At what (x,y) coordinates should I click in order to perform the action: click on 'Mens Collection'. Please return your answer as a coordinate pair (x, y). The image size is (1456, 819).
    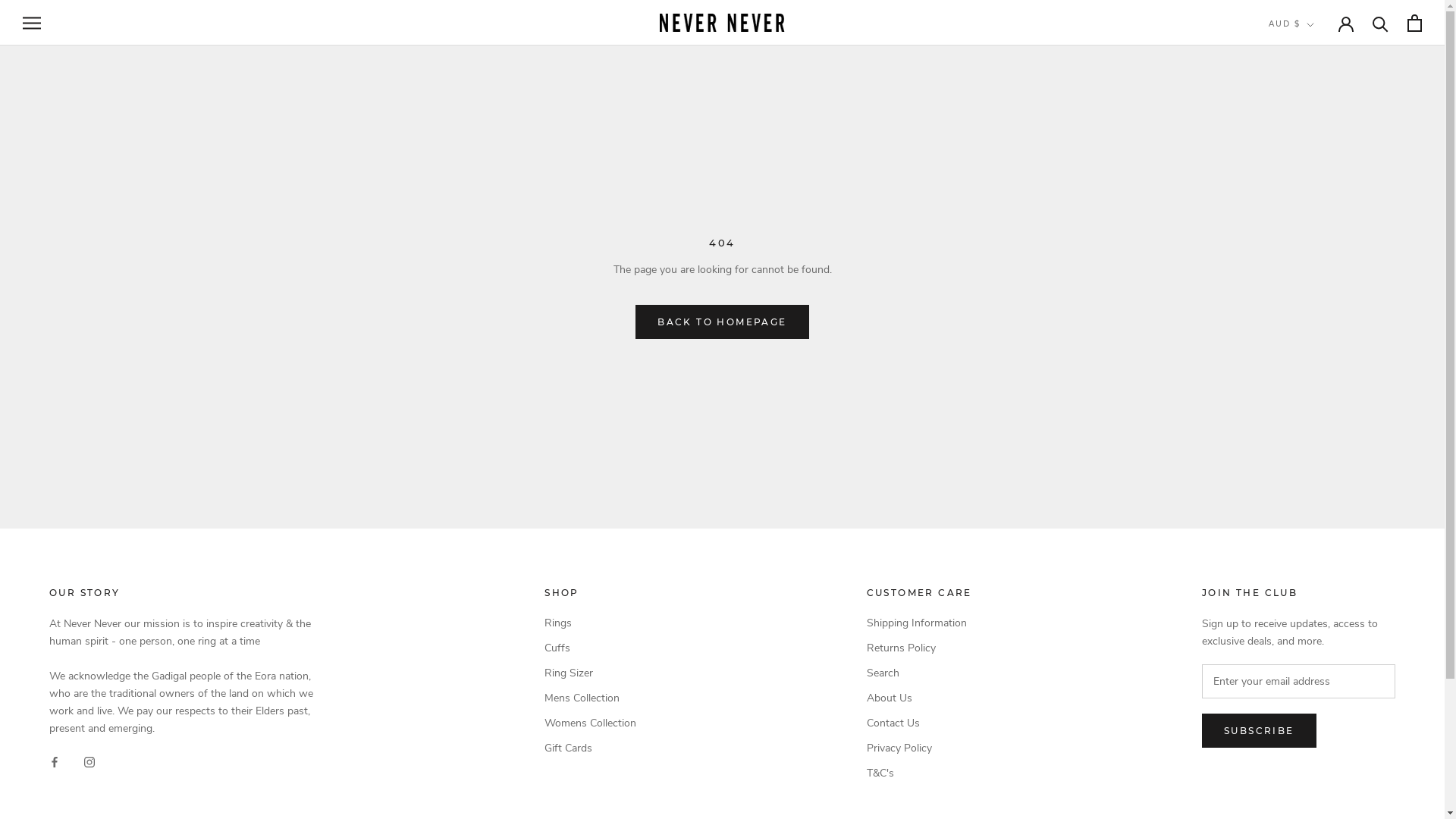
    Looking at the image, I should click on (589, 698).